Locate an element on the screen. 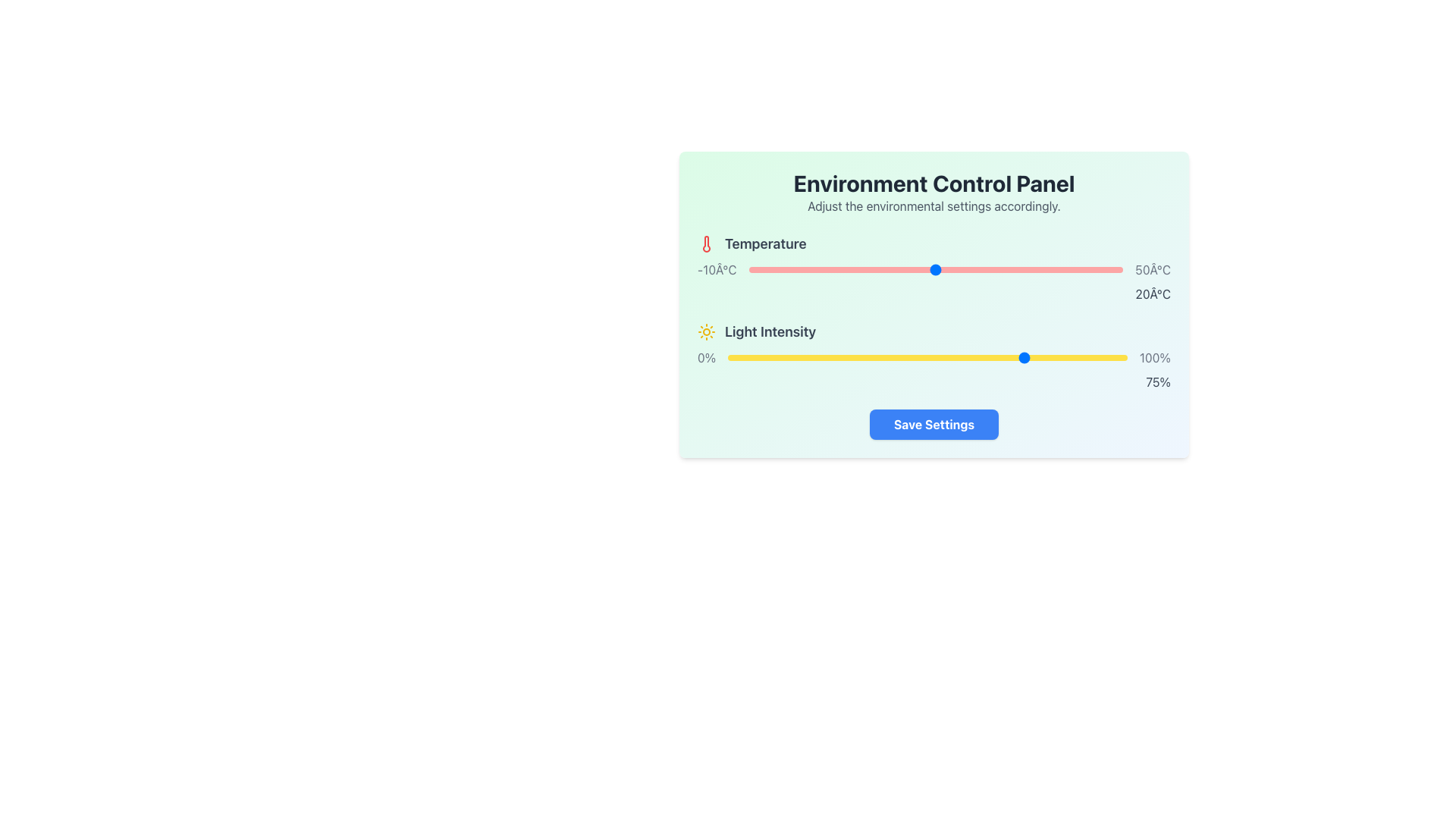  the temperature control slider, which is a horizontal range slider with a label 'Temperature' and current value '20°C' displayed beneath it is located at coordinates (934, 268).